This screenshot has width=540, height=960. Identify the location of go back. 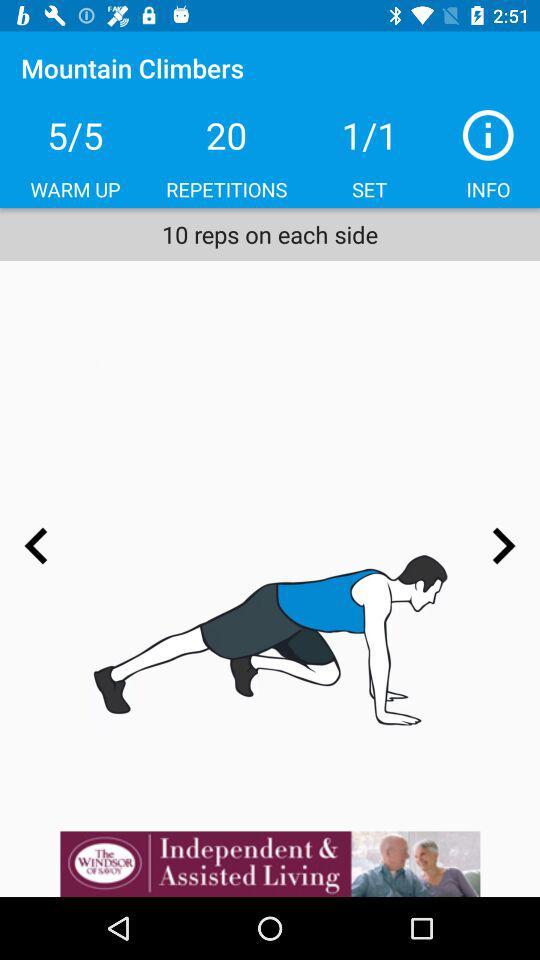
(36, 546).